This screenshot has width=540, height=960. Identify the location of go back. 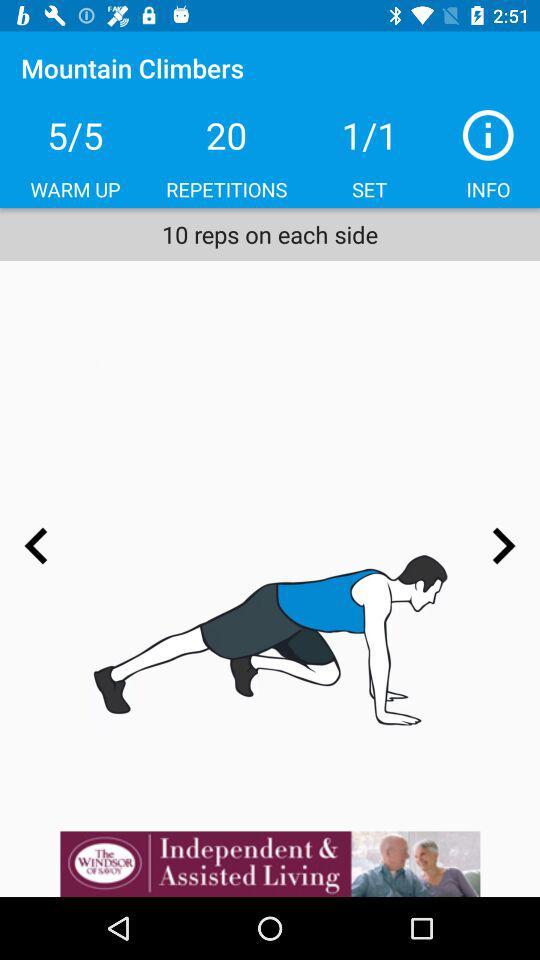
(36, 546).